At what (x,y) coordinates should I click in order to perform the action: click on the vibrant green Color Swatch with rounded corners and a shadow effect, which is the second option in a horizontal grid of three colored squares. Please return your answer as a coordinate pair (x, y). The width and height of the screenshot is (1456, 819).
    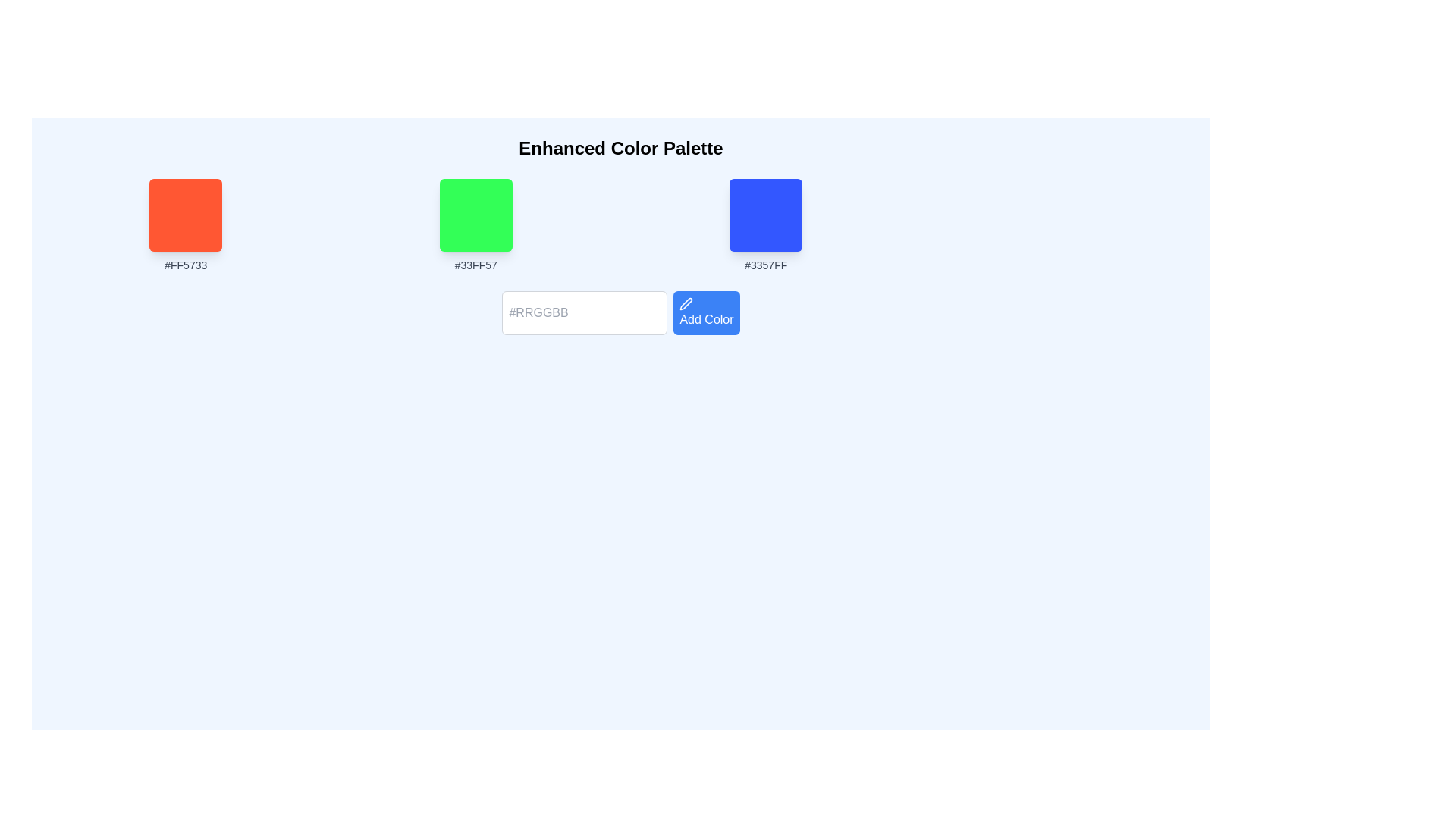
    Looking at the image, I should click on (475, 225).